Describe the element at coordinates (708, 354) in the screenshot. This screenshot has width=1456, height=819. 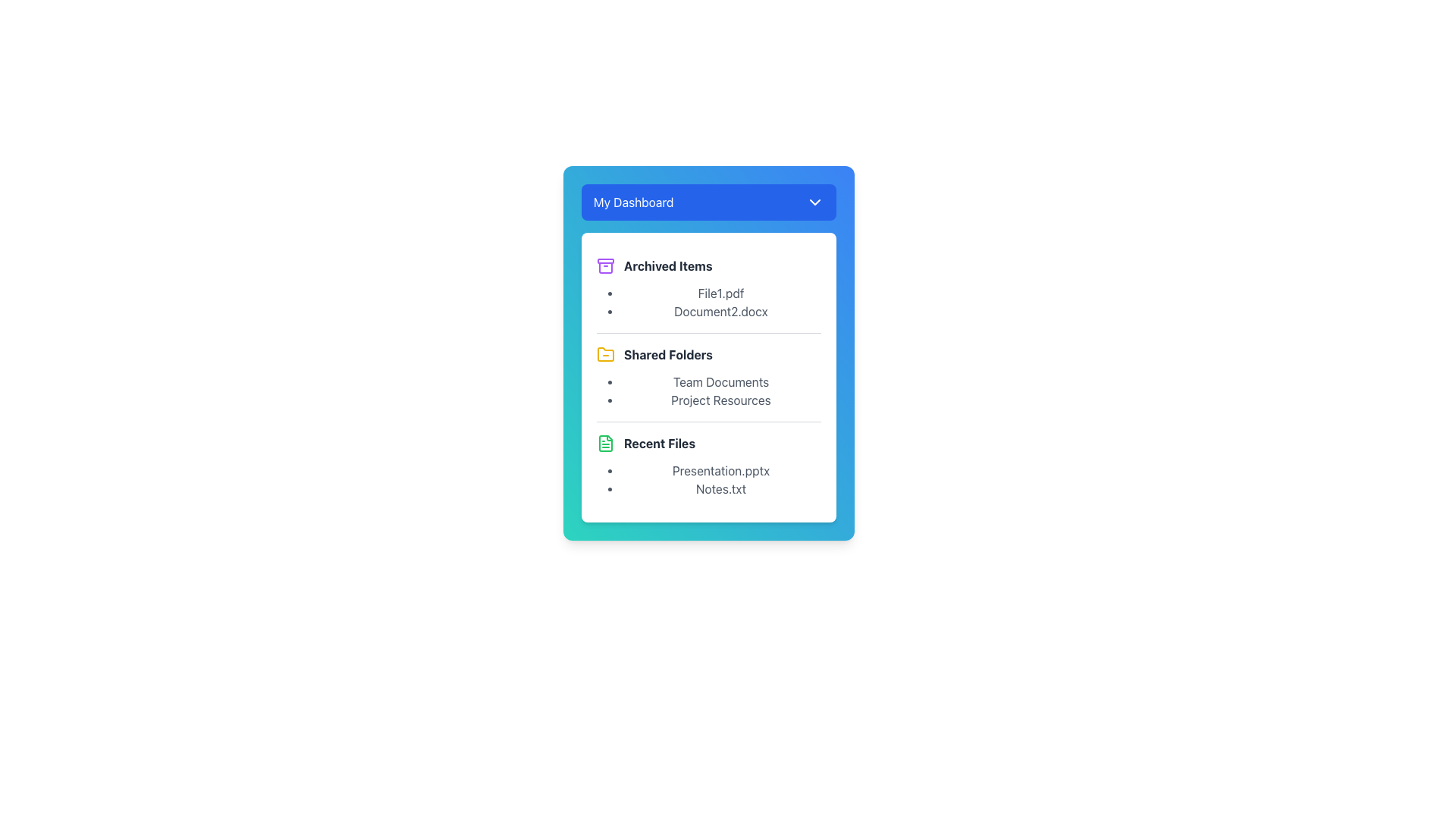
I see `the header label for managing shared folders, located under 'Archived Items' and above 'Team Documents' in the left panel` at that location.